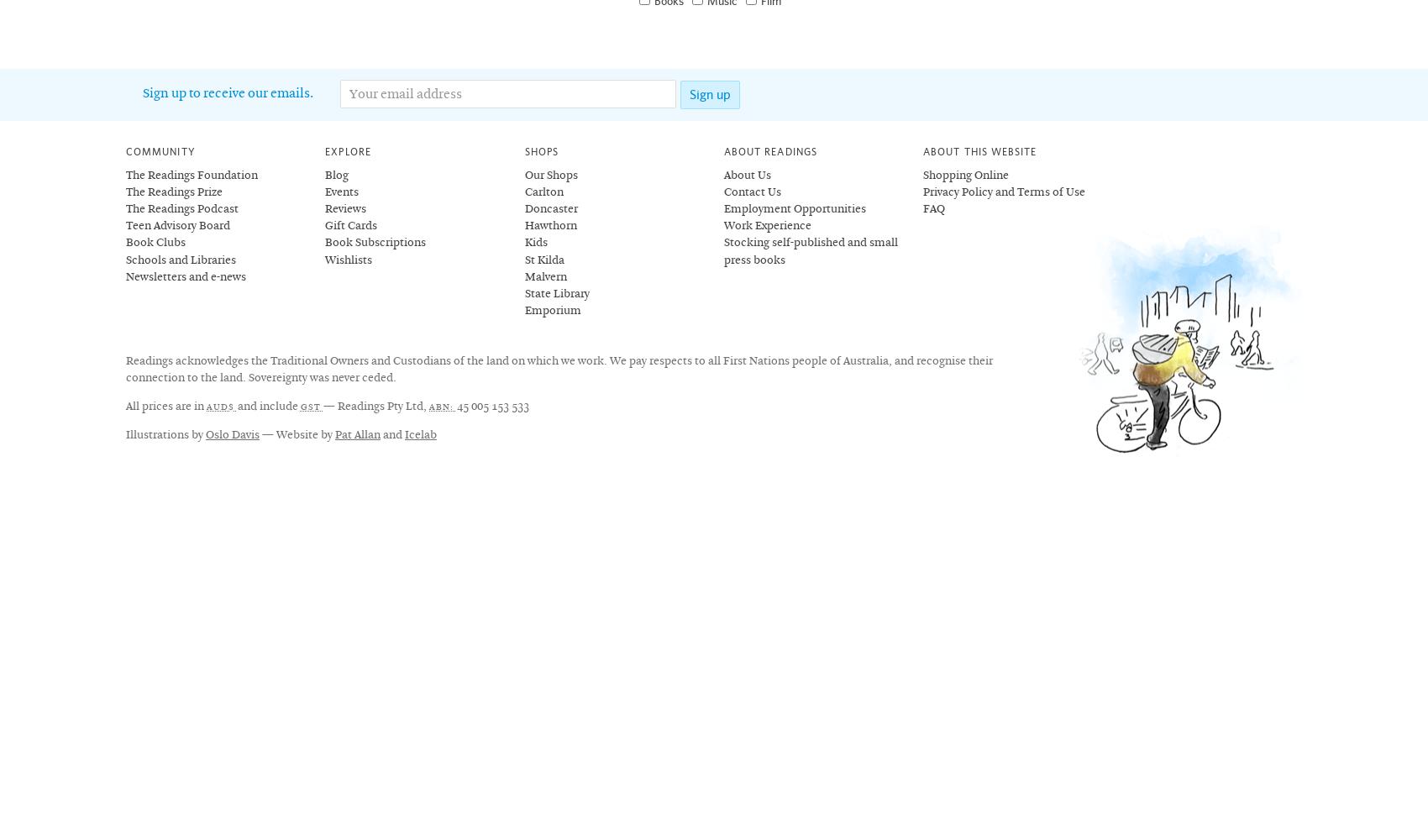  I want to click on 'ABN:', so click(443, 406).